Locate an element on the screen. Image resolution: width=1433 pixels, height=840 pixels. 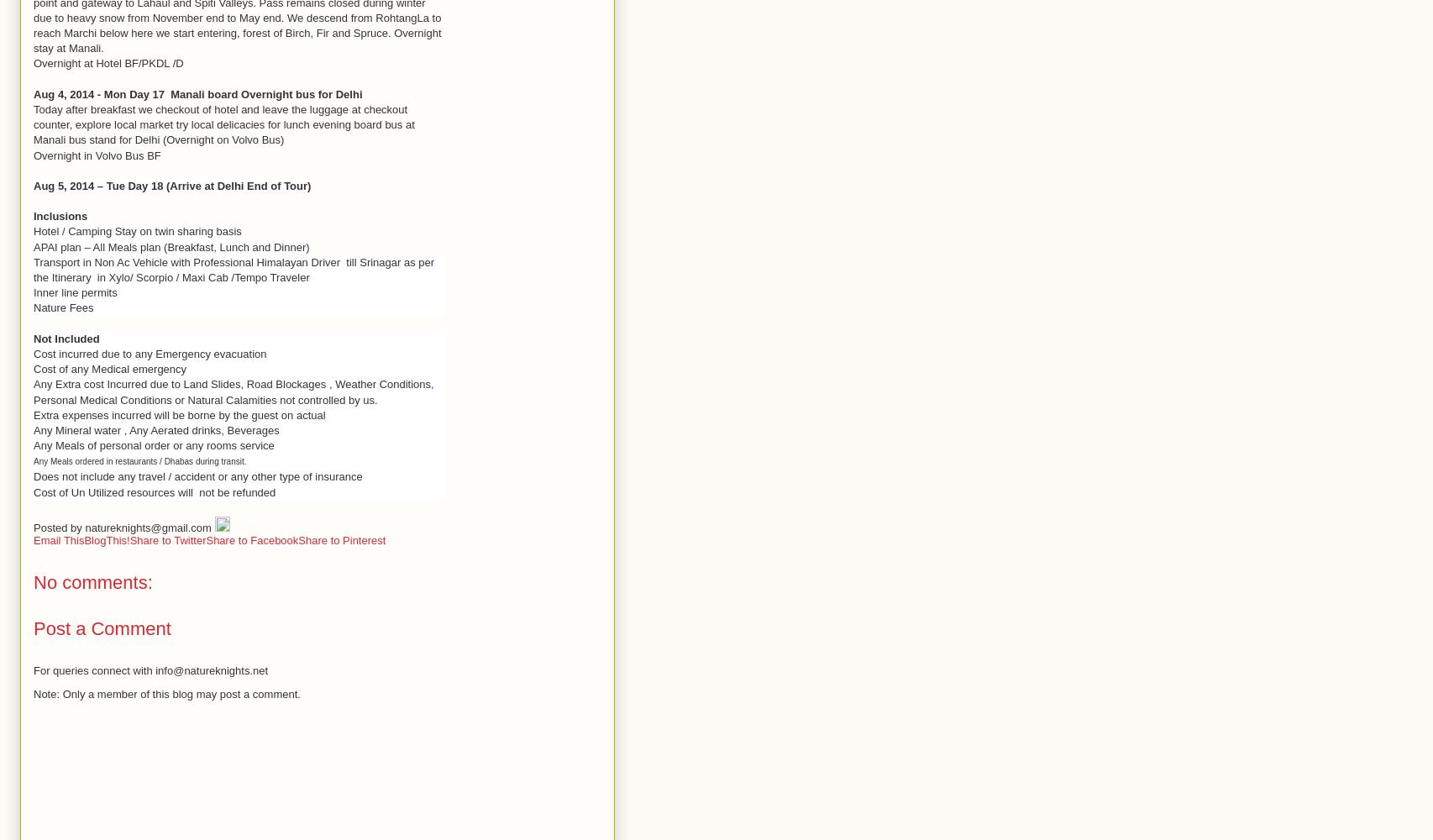
'BlogThis!' is located at coordinates (106, 540).